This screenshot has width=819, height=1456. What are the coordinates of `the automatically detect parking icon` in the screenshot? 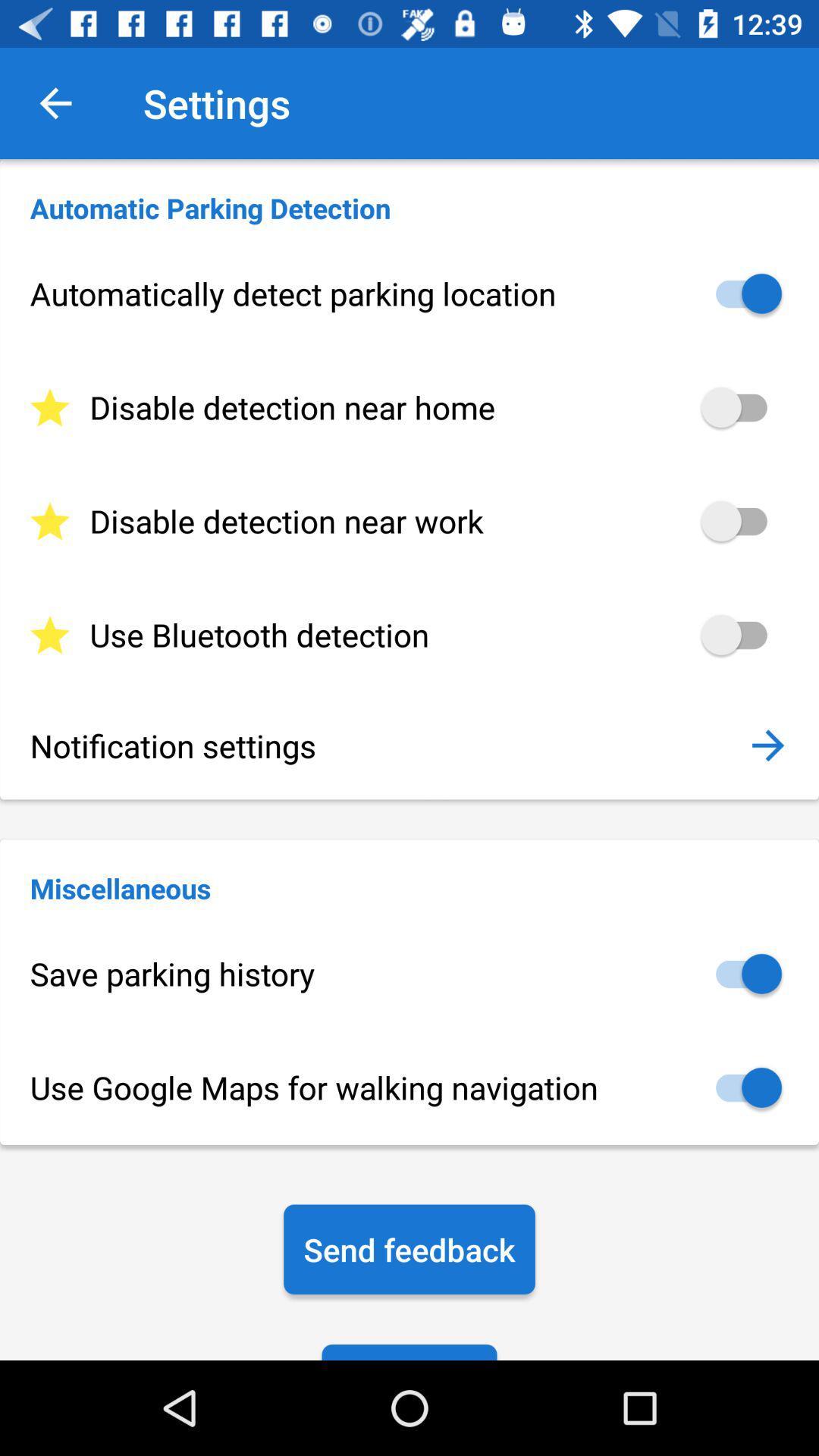 It's located at (409, 293).